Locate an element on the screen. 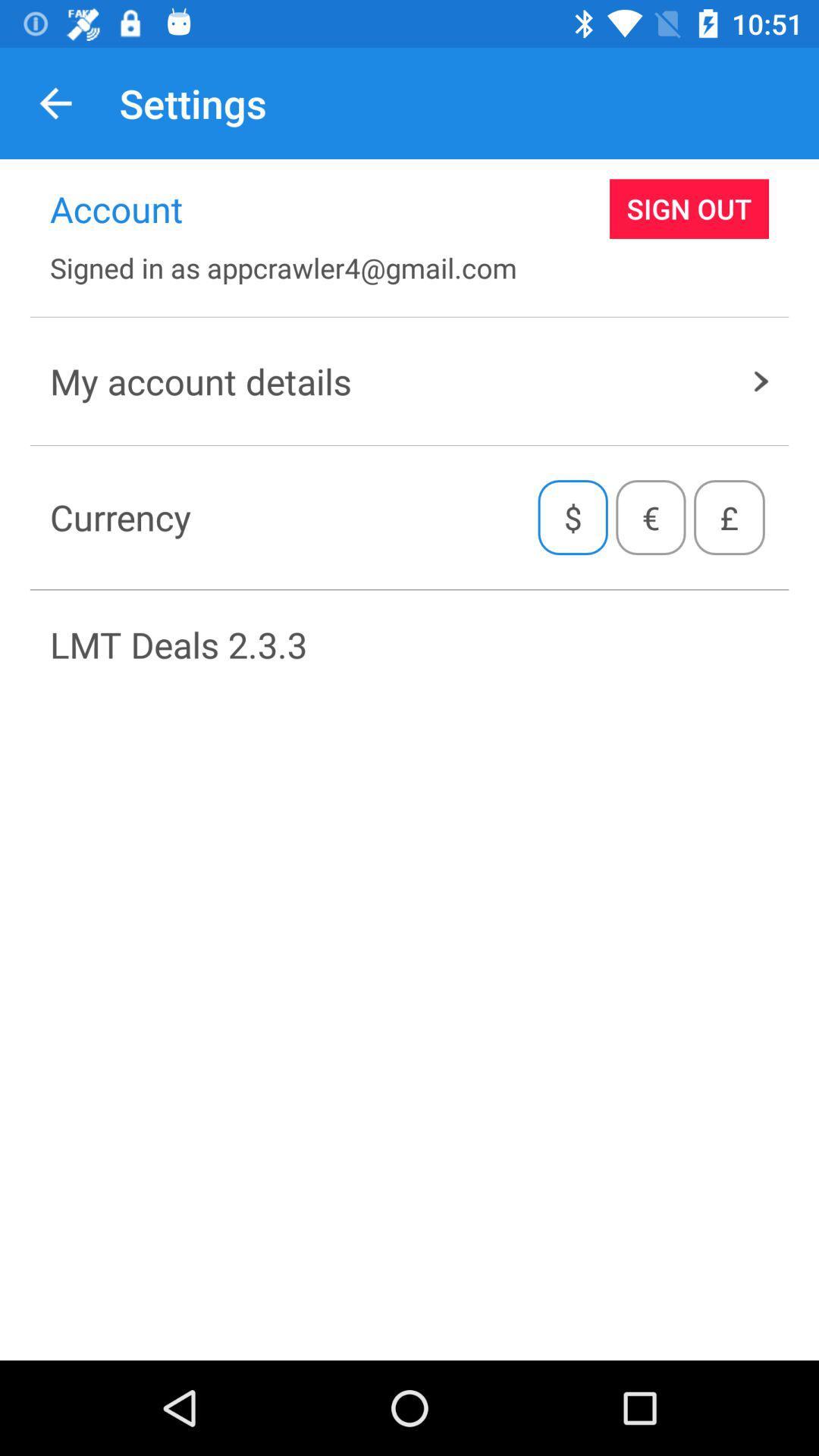 The image size is (819, 1456). item to the right of the currency is located at coordinates (573, 517).